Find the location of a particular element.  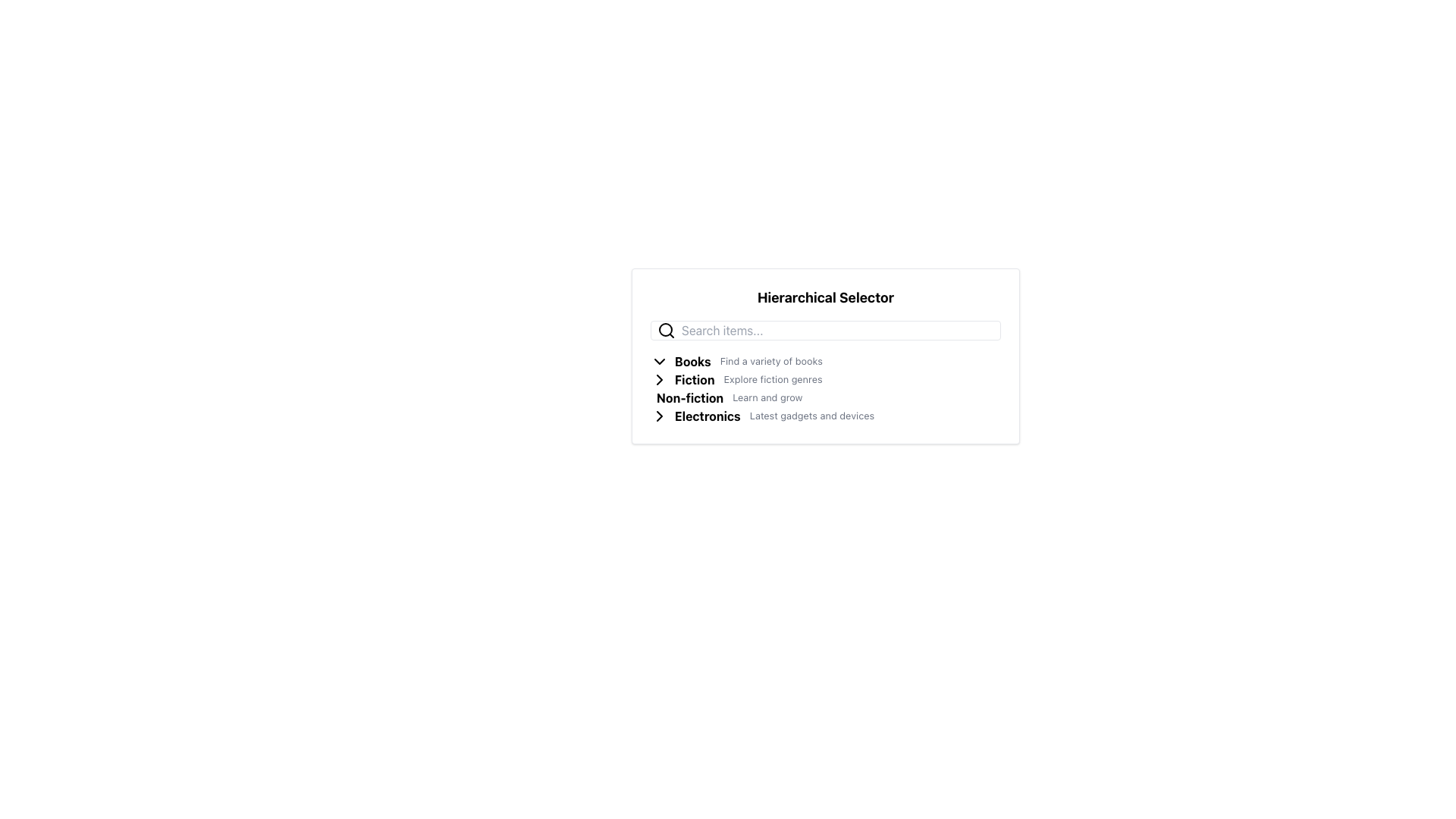

the 'Non-fiction' text label in the hierarchical selector is located at coordinates (689, 397).